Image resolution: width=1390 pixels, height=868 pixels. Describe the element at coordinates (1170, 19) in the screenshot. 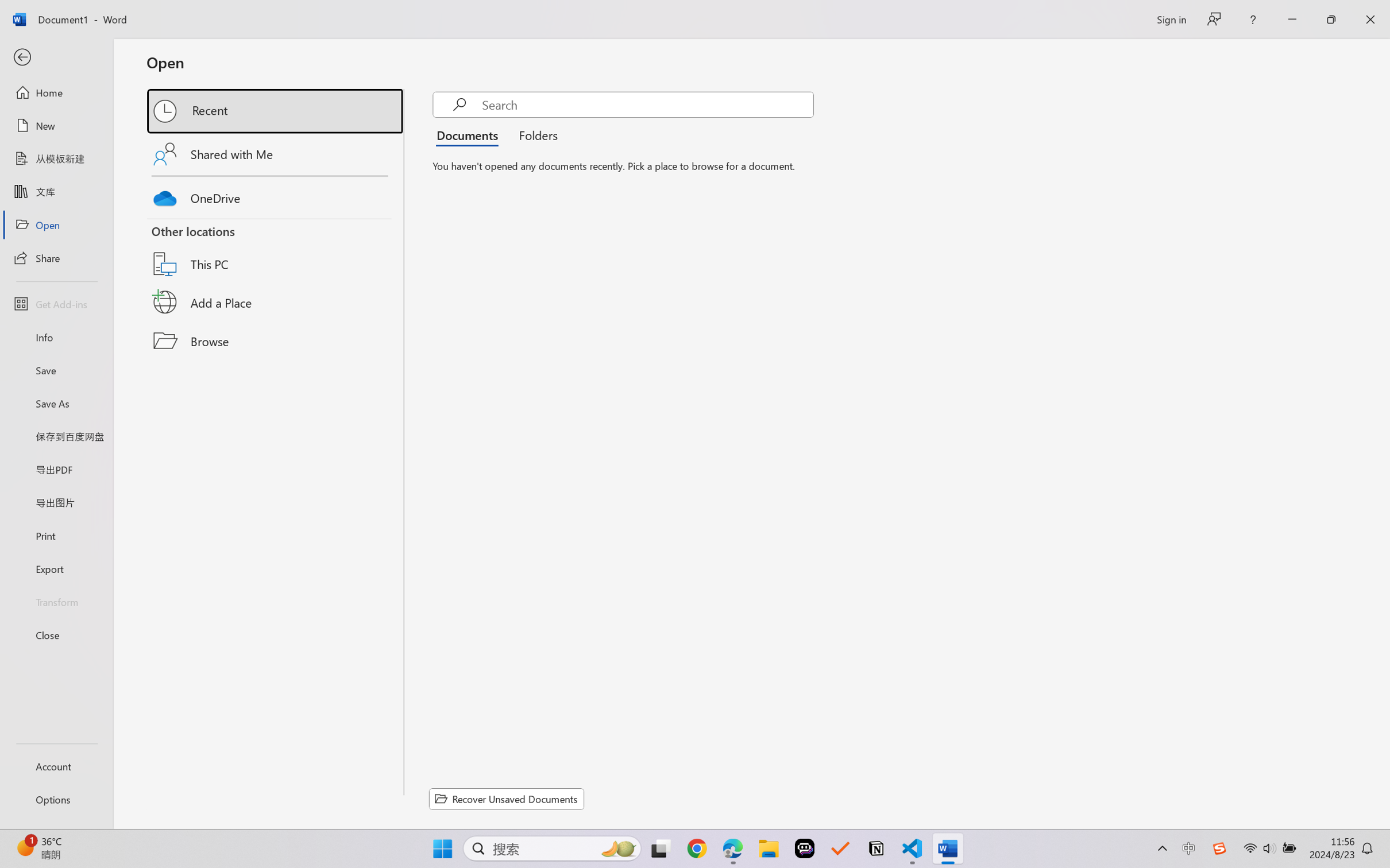

I see `'Sign in'` at that location.